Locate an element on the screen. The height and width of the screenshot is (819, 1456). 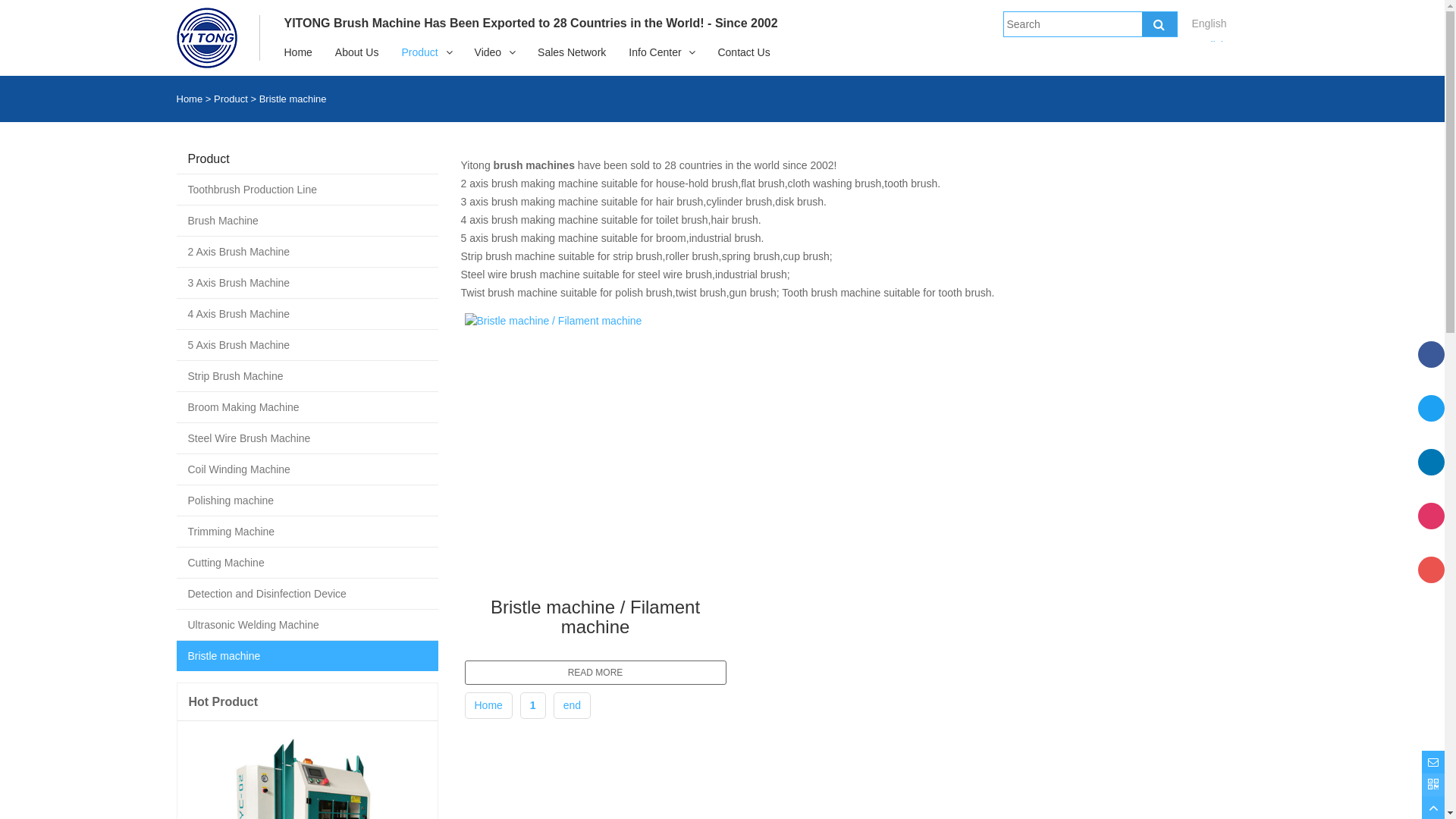
'Strip Brush Machine' is located at coordinates (175, 375).